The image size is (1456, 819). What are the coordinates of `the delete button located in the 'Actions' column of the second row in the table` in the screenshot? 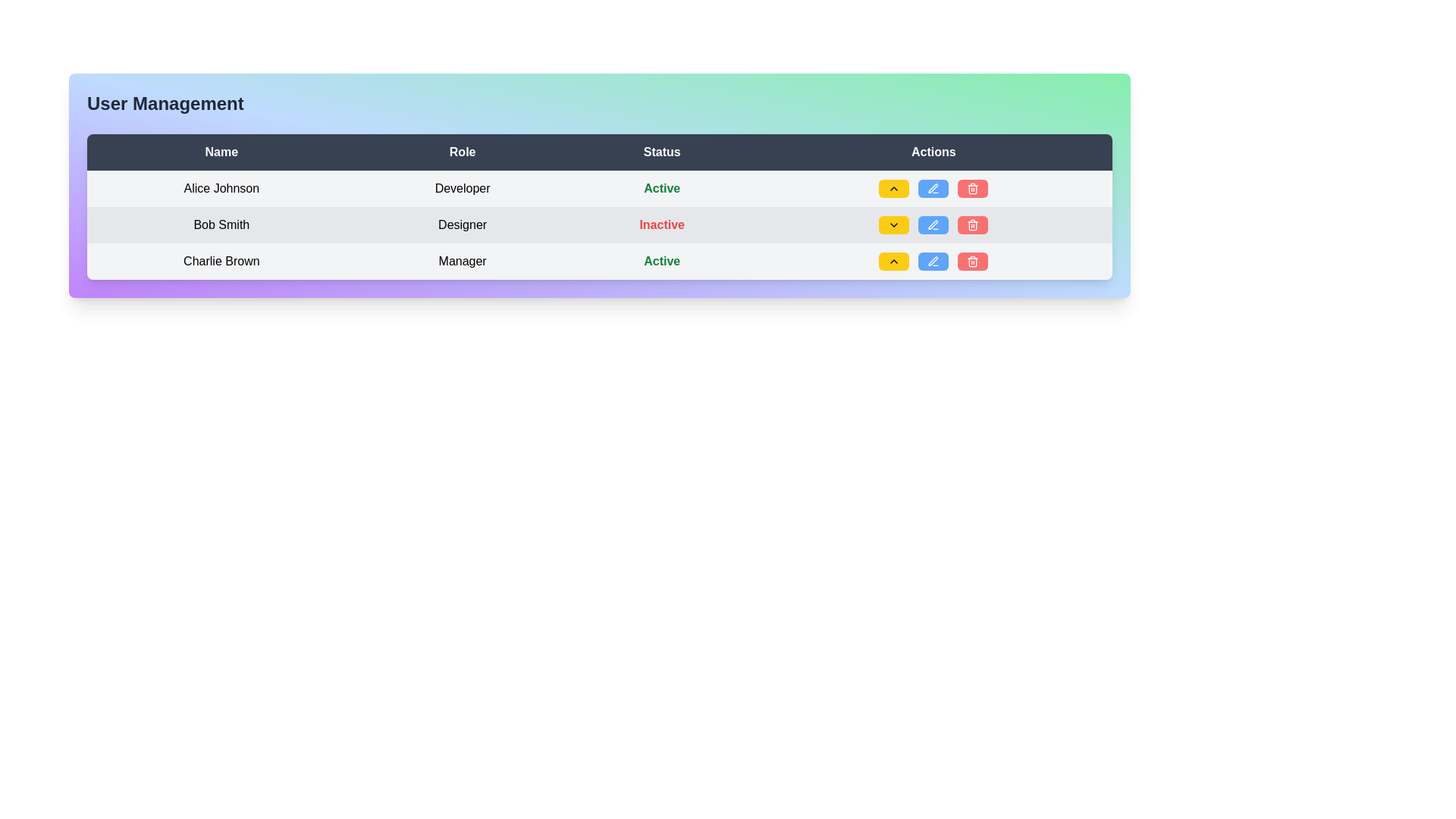 It's located at (973, 188).